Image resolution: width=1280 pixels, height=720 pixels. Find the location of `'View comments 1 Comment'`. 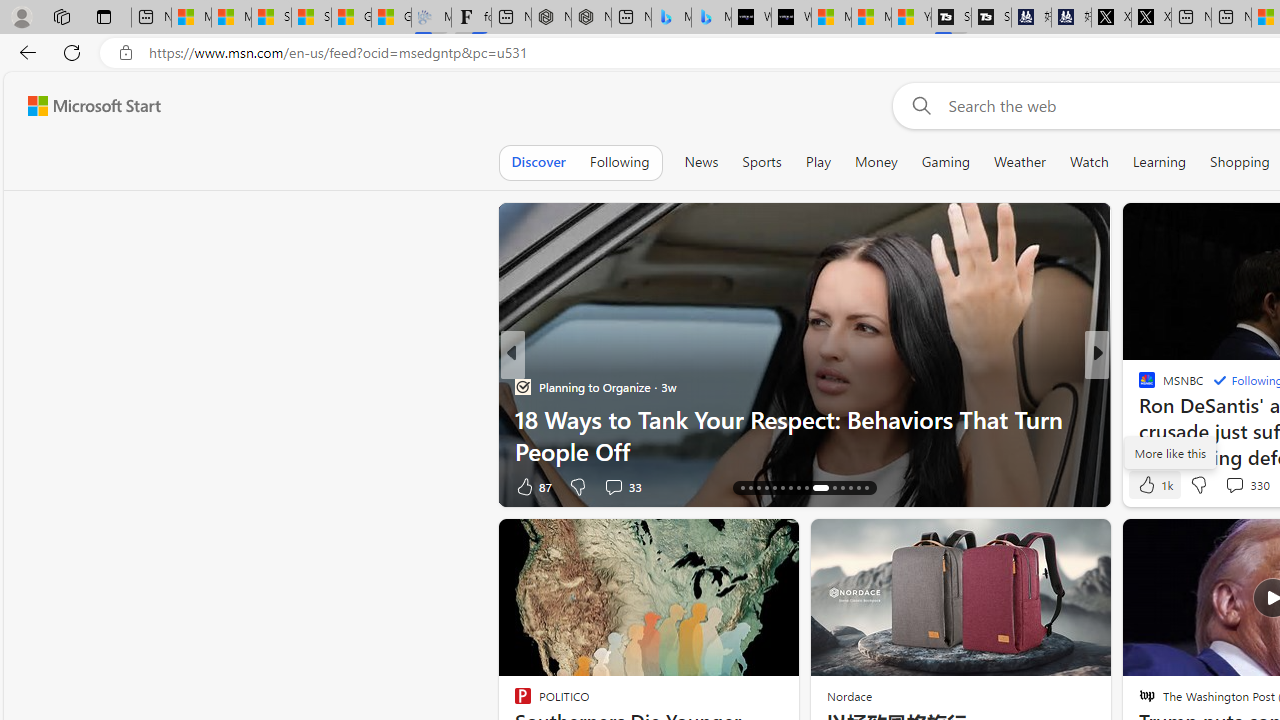

'View comments 1 Comment' is located at coordinates (1234, 486).